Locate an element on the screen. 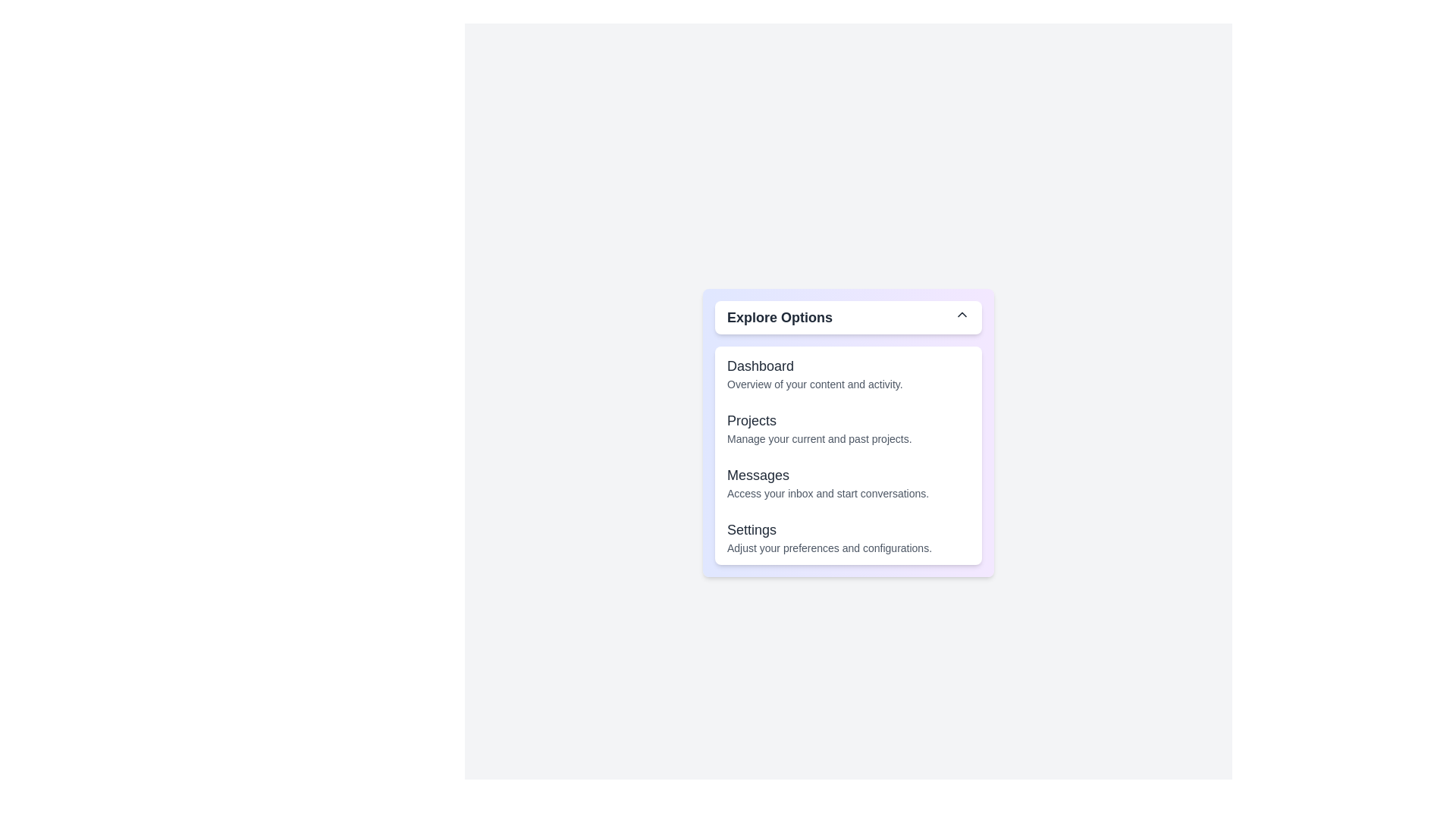  the option 'Messages' from the dropdown menu is located at coordinates (847, 482).